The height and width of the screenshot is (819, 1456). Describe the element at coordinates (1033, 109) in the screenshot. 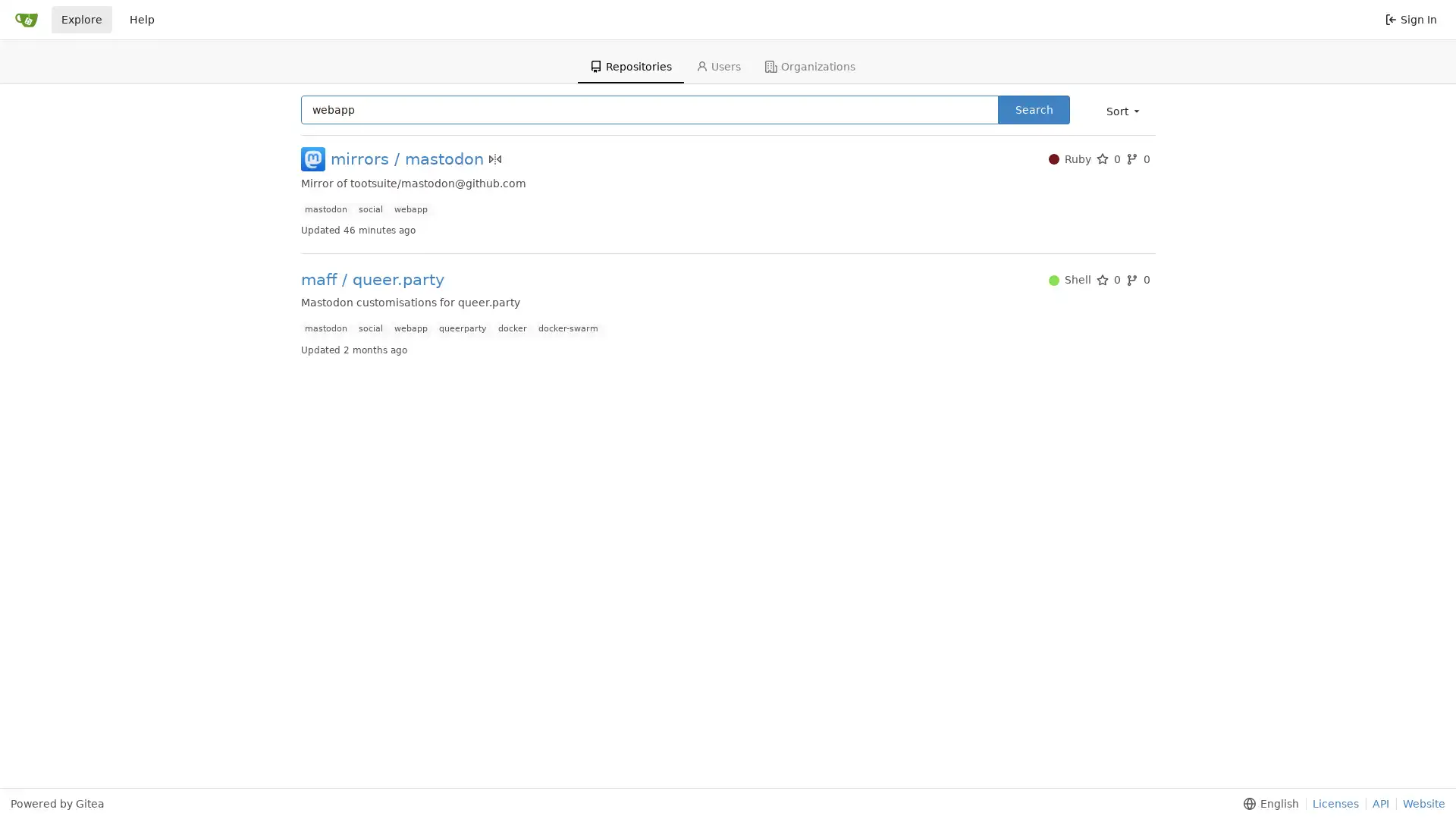

I see `Search` at that location.